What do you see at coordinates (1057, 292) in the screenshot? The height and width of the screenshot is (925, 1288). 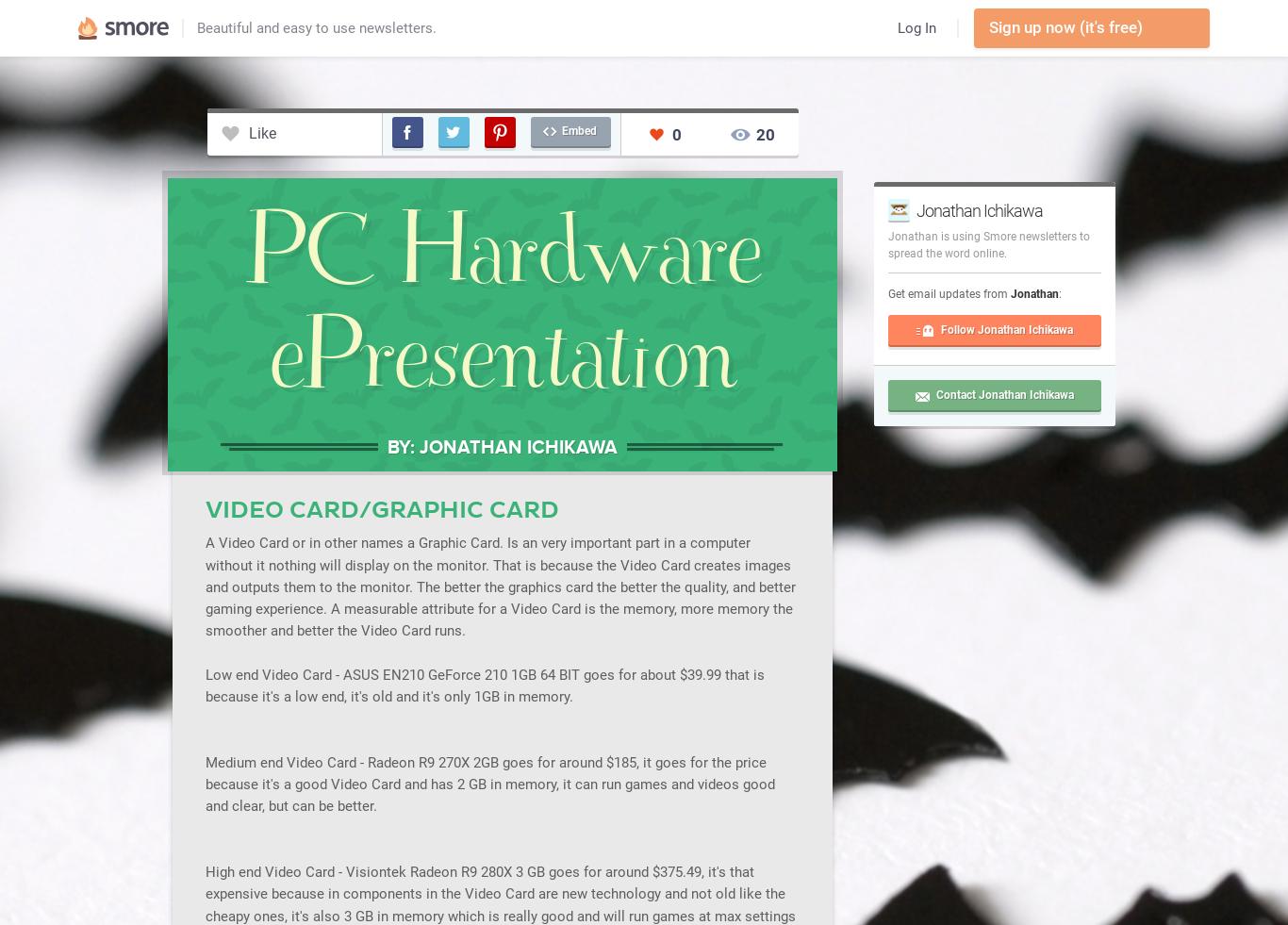 I see `':'` at bounding box center [1057, 292].